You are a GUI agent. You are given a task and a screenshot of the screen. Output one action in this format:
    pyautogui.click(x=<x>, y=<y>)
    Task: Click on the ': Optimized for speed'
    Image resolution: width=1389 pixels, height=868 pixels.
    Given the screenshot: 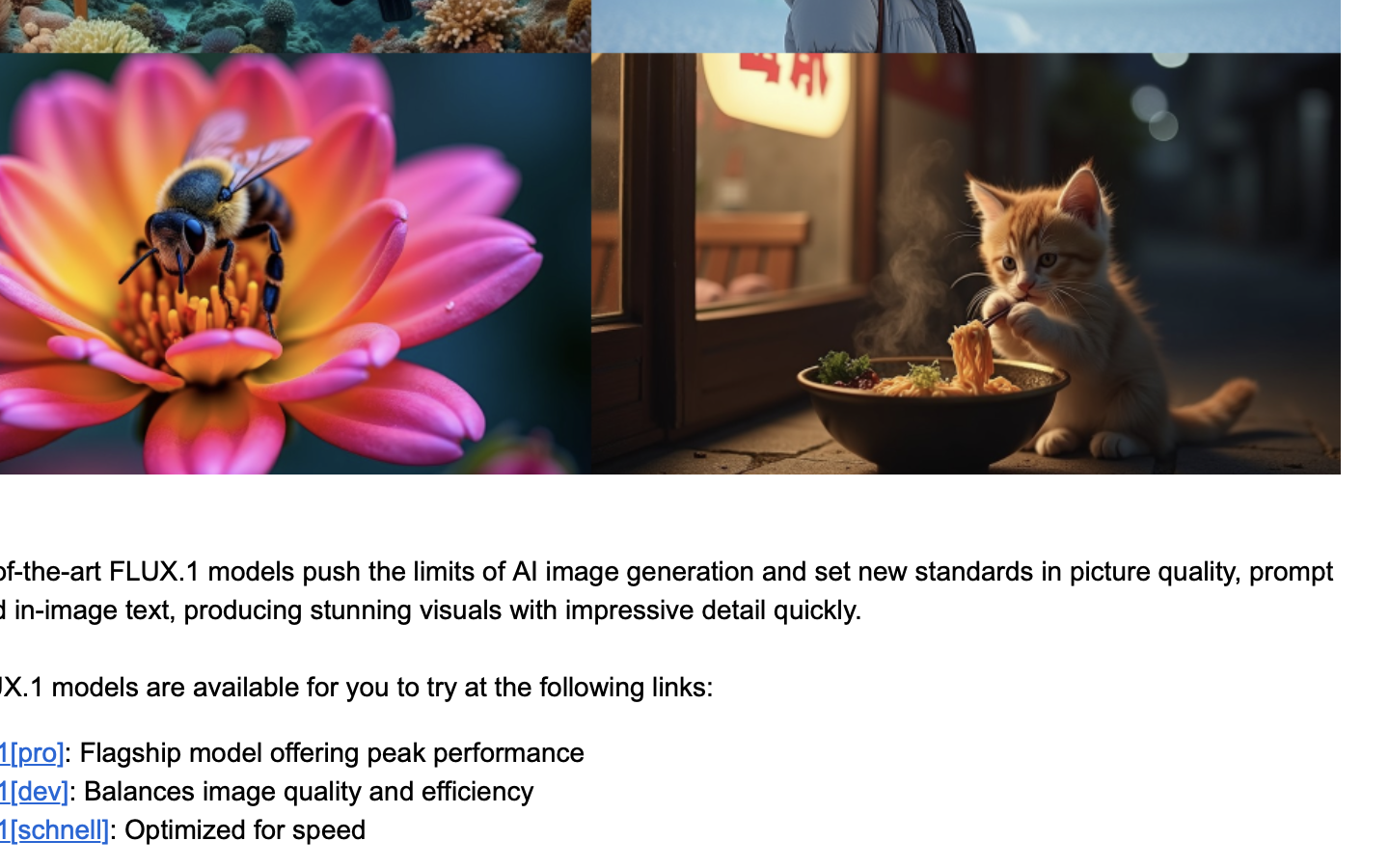 What is the action you would take?
    pyautogui.click(x=235, y=829)
    